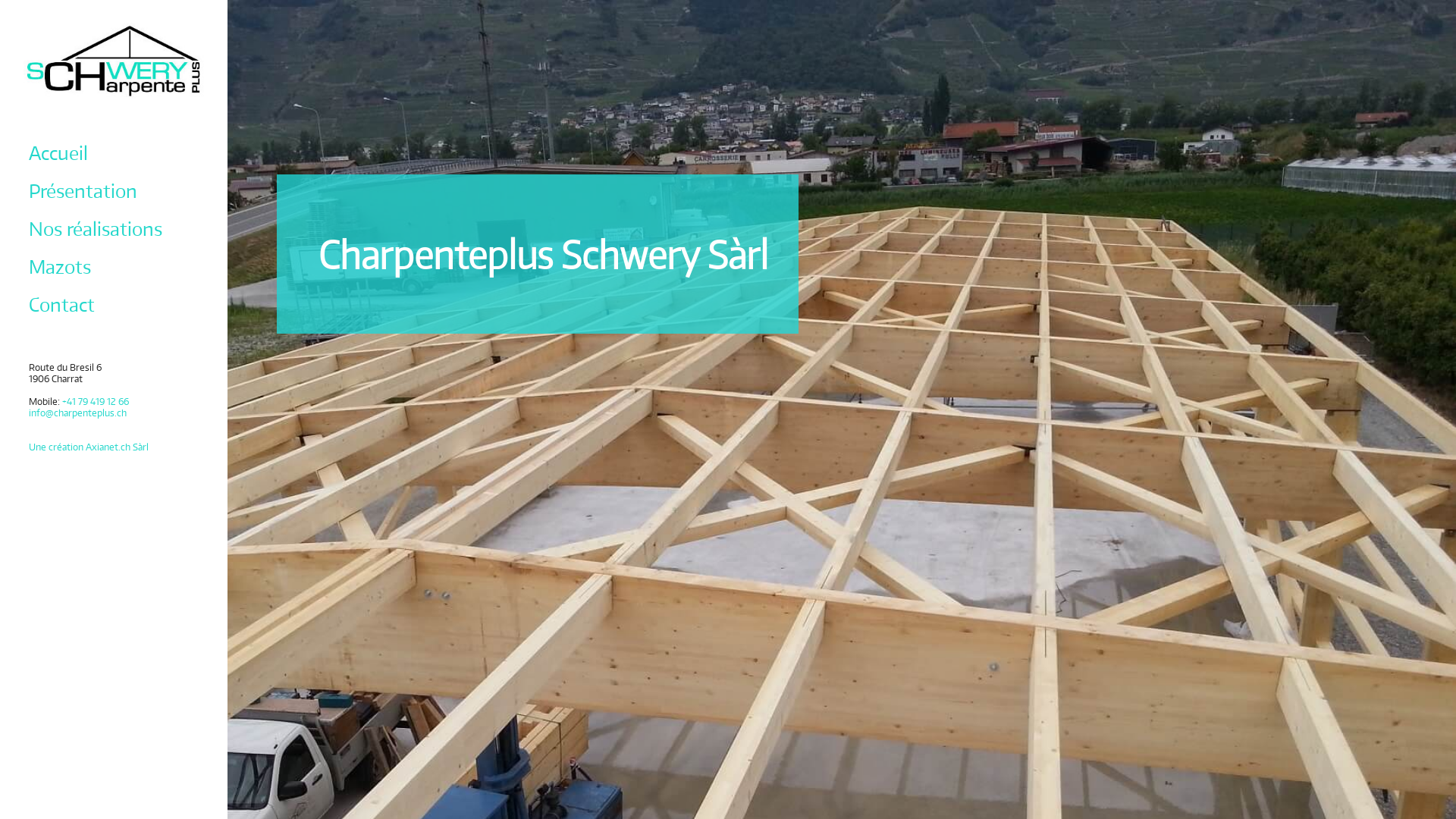 This screenshot has height=819, width=1456. Describe the element at coordinates (59, 265) in the screenshot. I see `'Mazots'` at that location.